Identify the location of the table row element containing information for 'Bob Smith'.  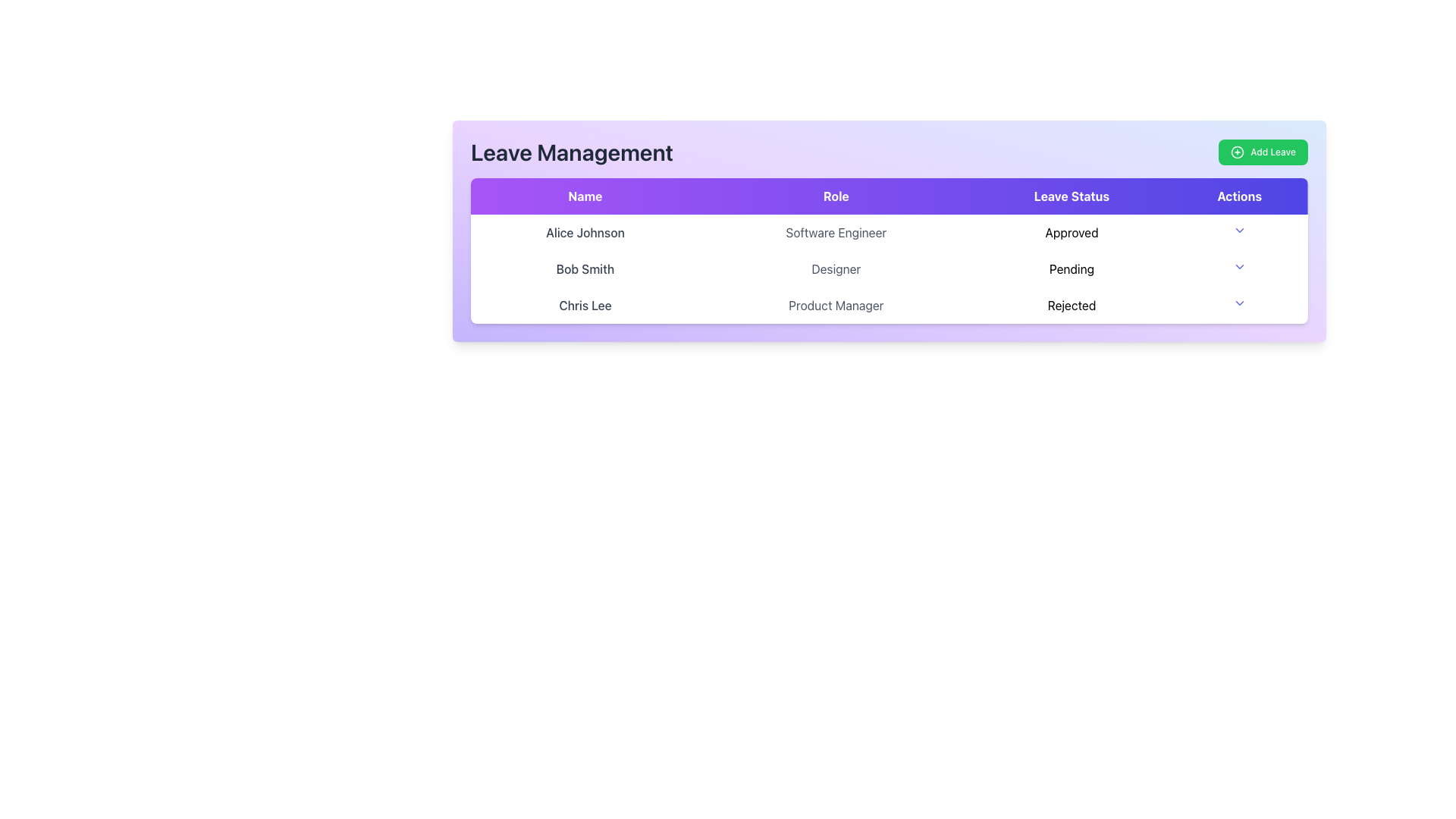
(889, 268).